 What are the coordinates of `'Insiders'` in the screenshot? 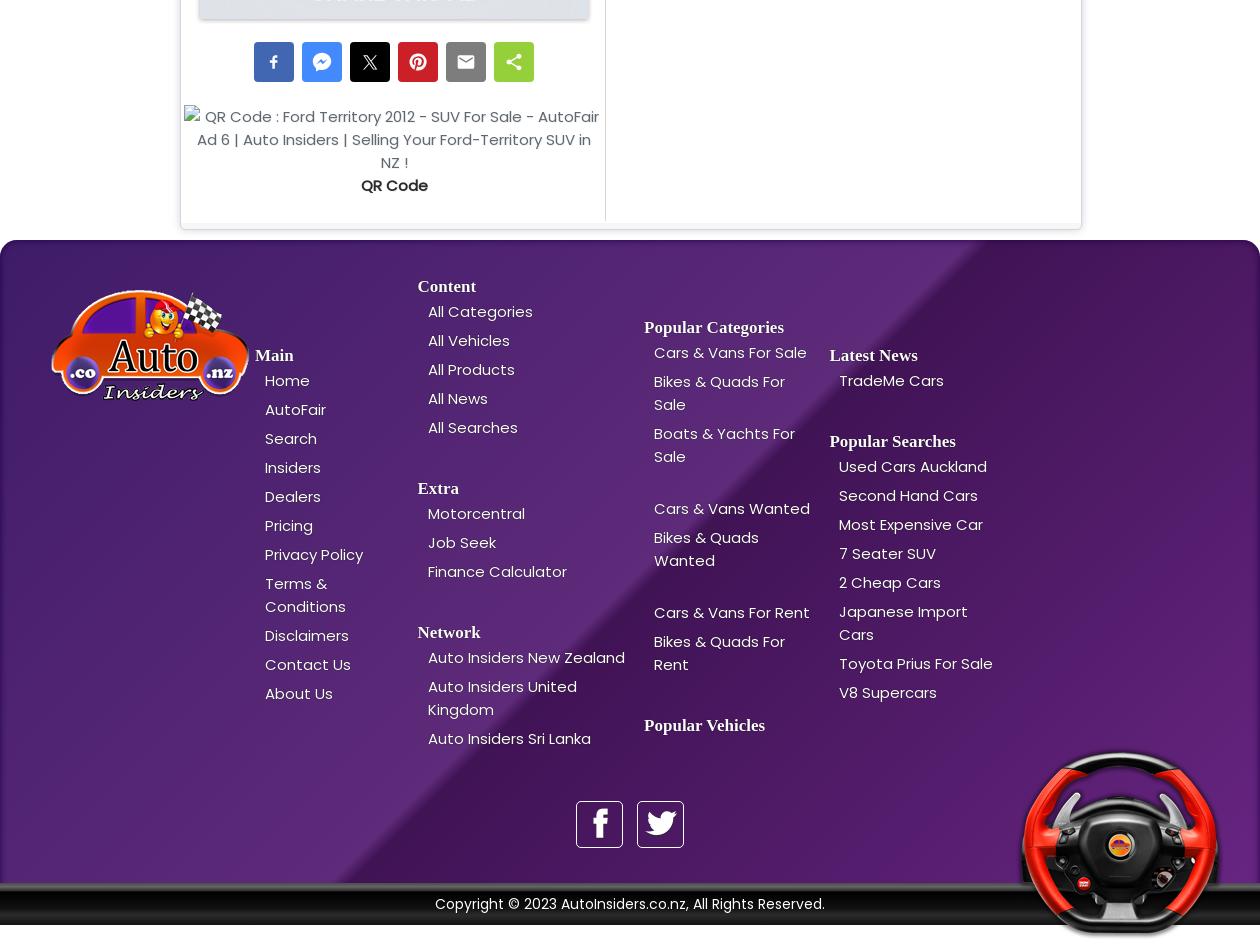 It's located at (264, 465).